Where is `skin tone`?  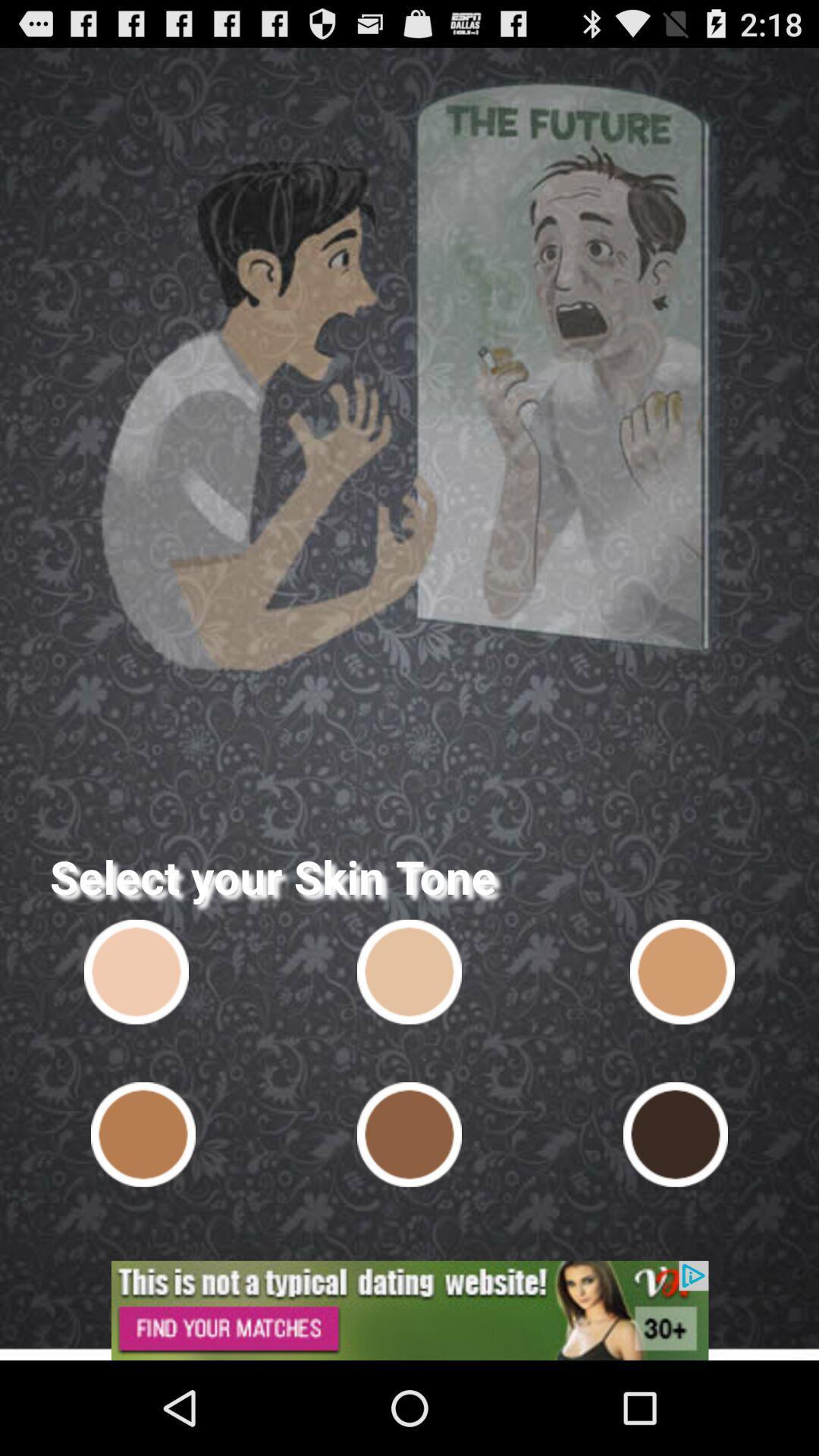 skin tone is located at coordinates (675, 1134).